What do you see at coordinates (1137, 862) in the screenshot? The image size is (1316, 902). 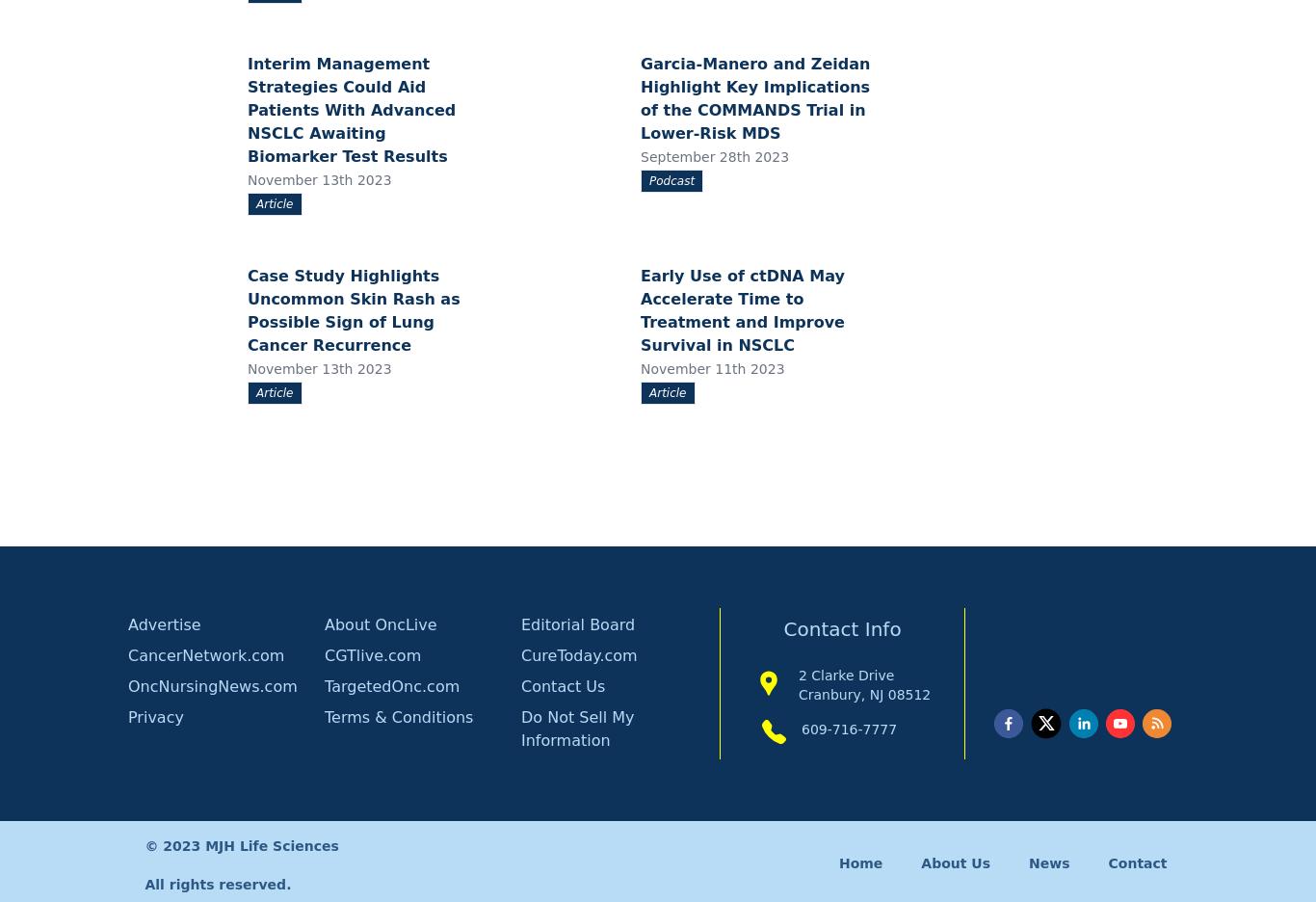 I see `'Contact'` at bounding box center [1137, 862].